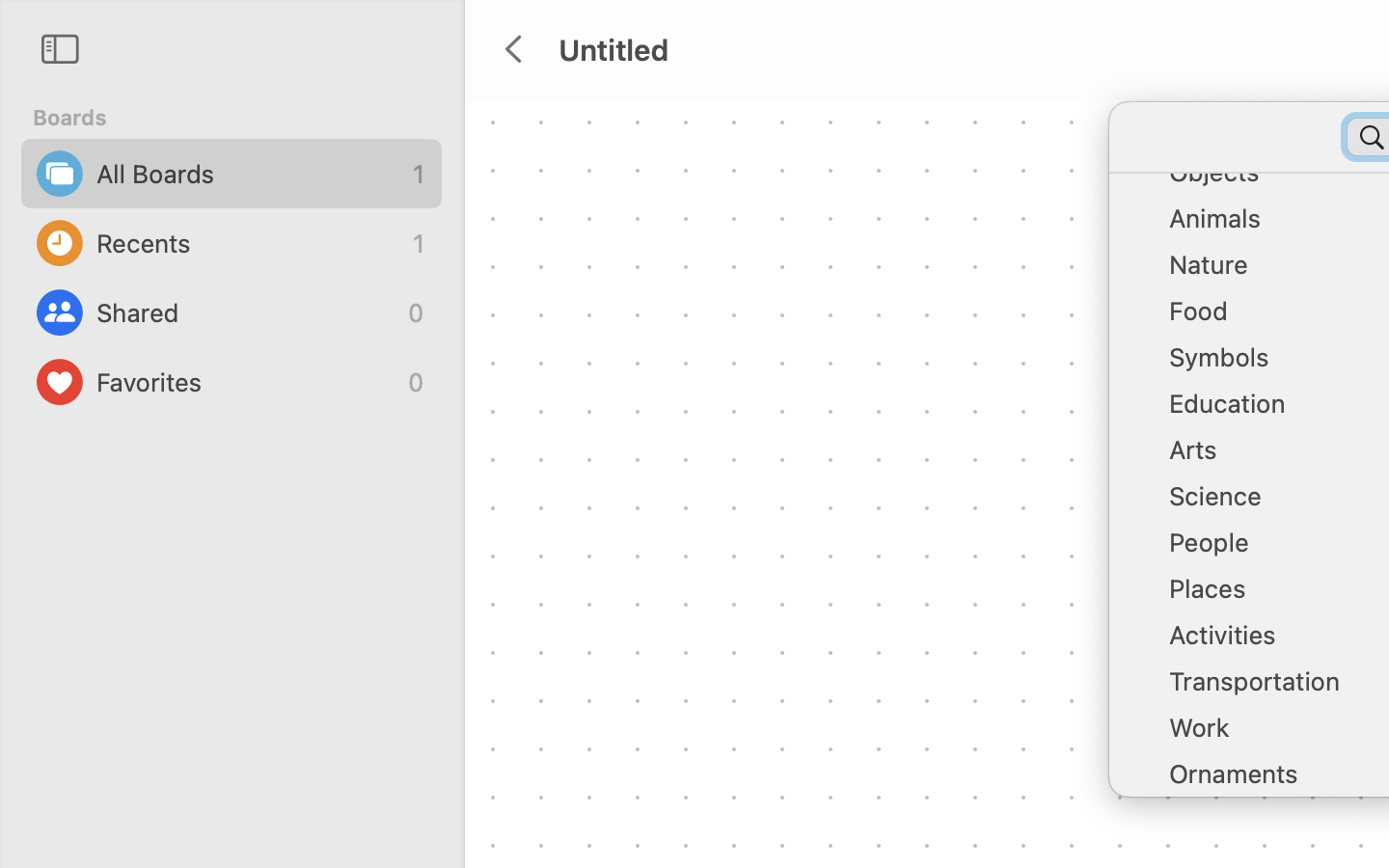  I want to click on 'Work', so click(1273, 734).